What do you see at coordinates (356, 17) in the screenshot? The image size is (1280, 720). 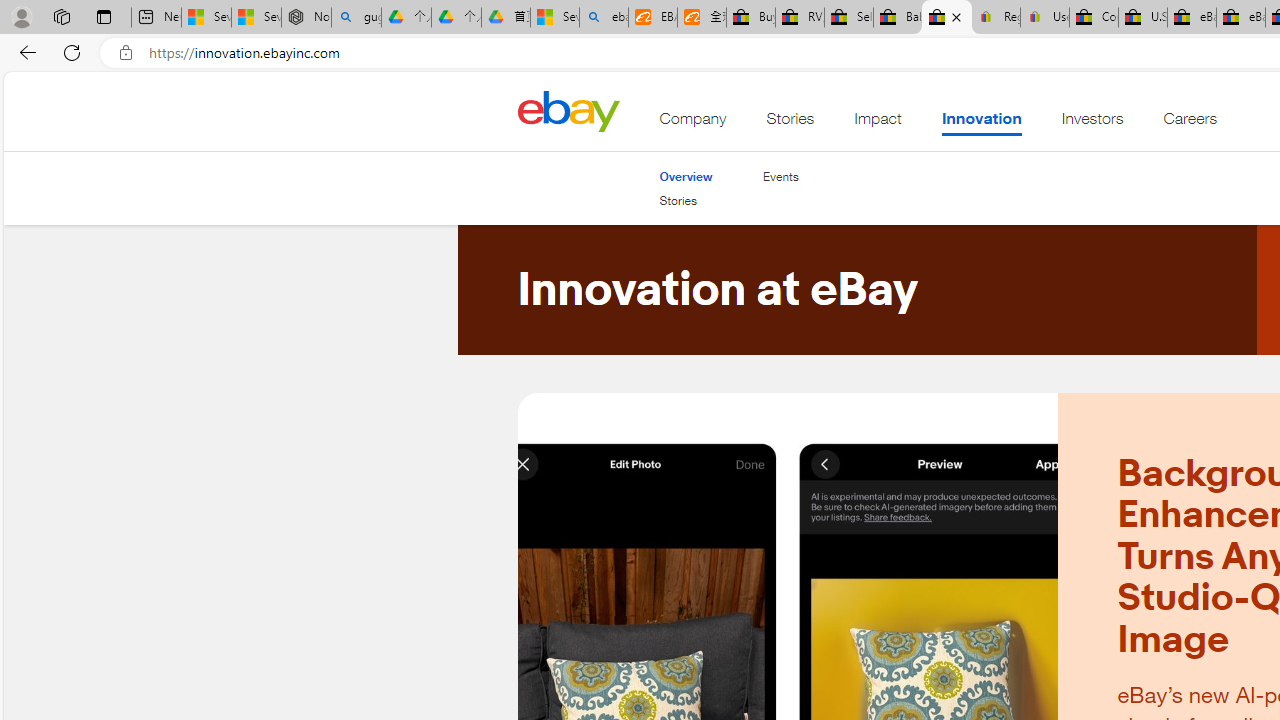 I see `'guge yunpan - Search'` at bounding box center [356, 17].